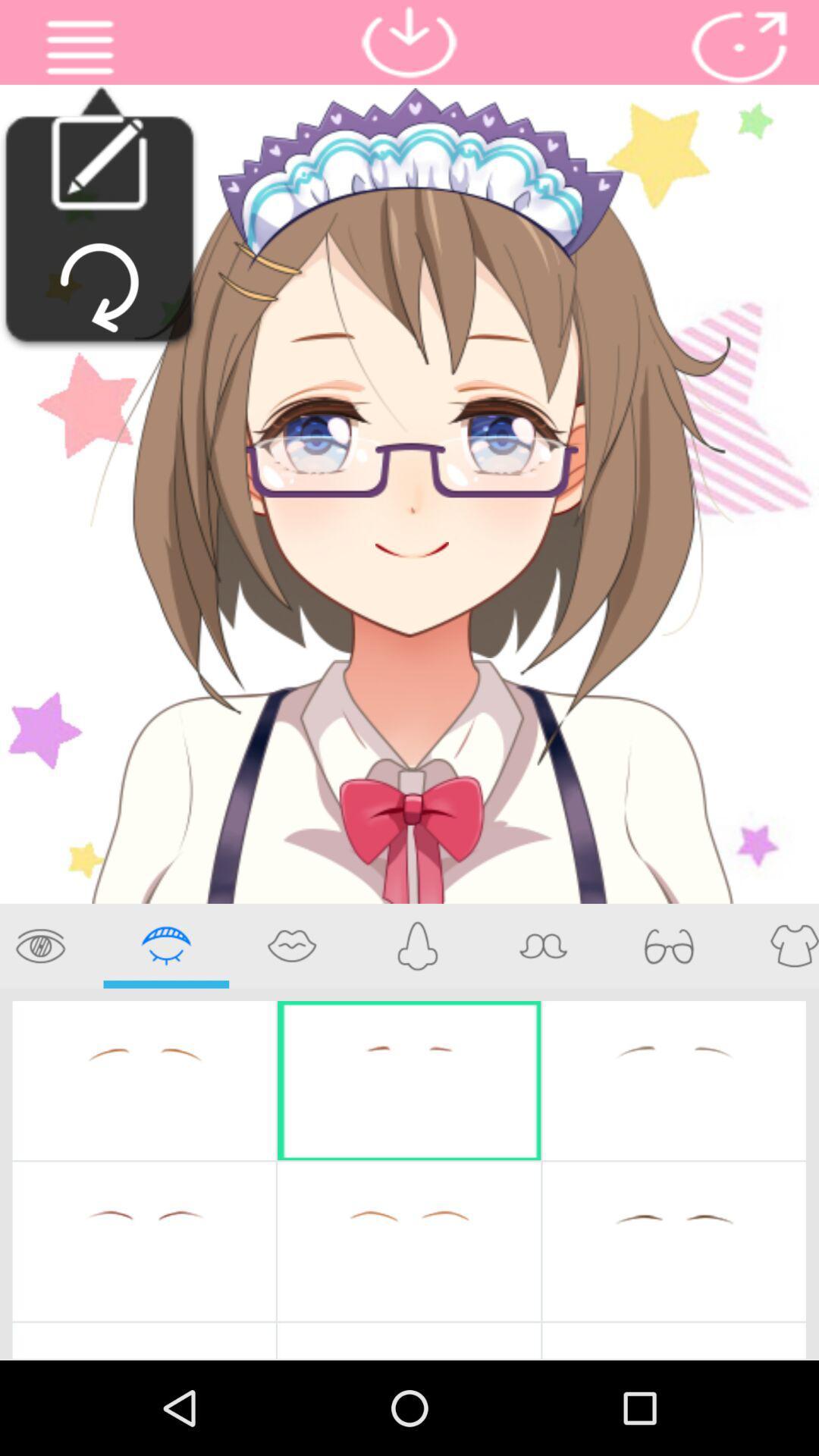 The height and width of the screenshot is (1456, 819). What do you see at coordinates (99, 174) in the screenshot?
I see `the edit icon` at bounding box center [99, 174].